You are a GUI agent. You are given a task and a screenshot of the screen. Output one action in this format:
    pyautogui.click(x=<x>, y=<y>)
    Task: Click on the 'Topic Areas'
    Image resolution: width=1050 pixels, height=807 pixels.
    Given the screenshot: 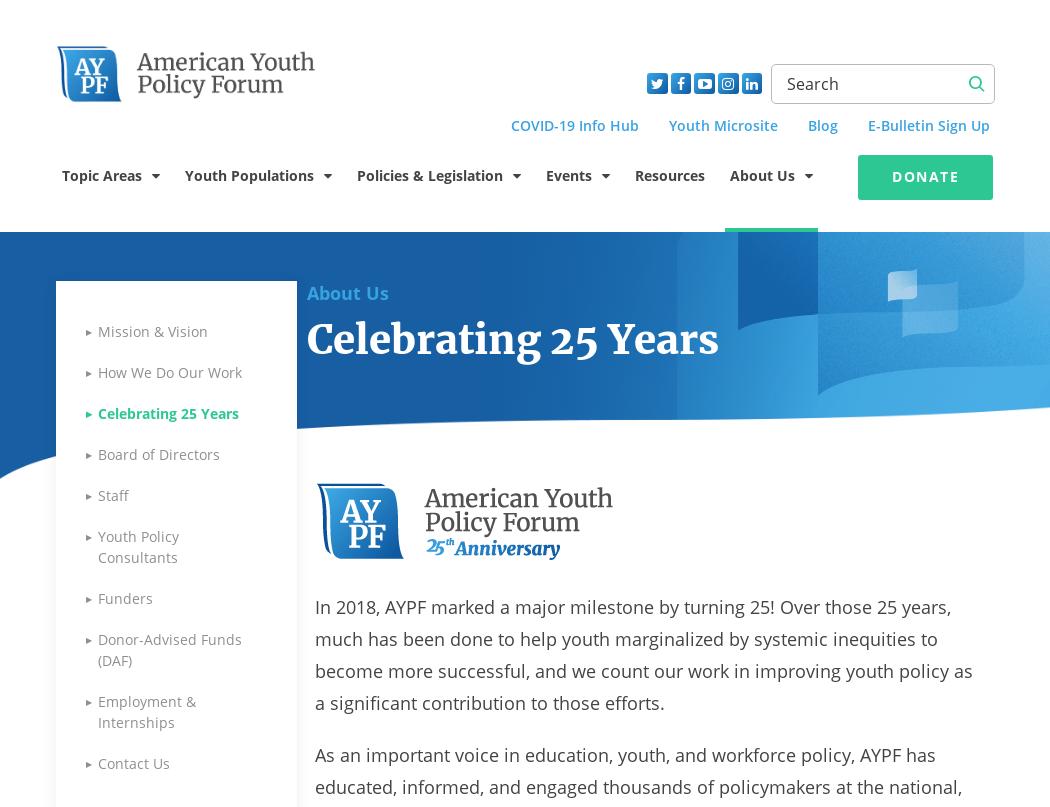 What is the action you would take?
    pyautogui.click(x=101, y=175)
    